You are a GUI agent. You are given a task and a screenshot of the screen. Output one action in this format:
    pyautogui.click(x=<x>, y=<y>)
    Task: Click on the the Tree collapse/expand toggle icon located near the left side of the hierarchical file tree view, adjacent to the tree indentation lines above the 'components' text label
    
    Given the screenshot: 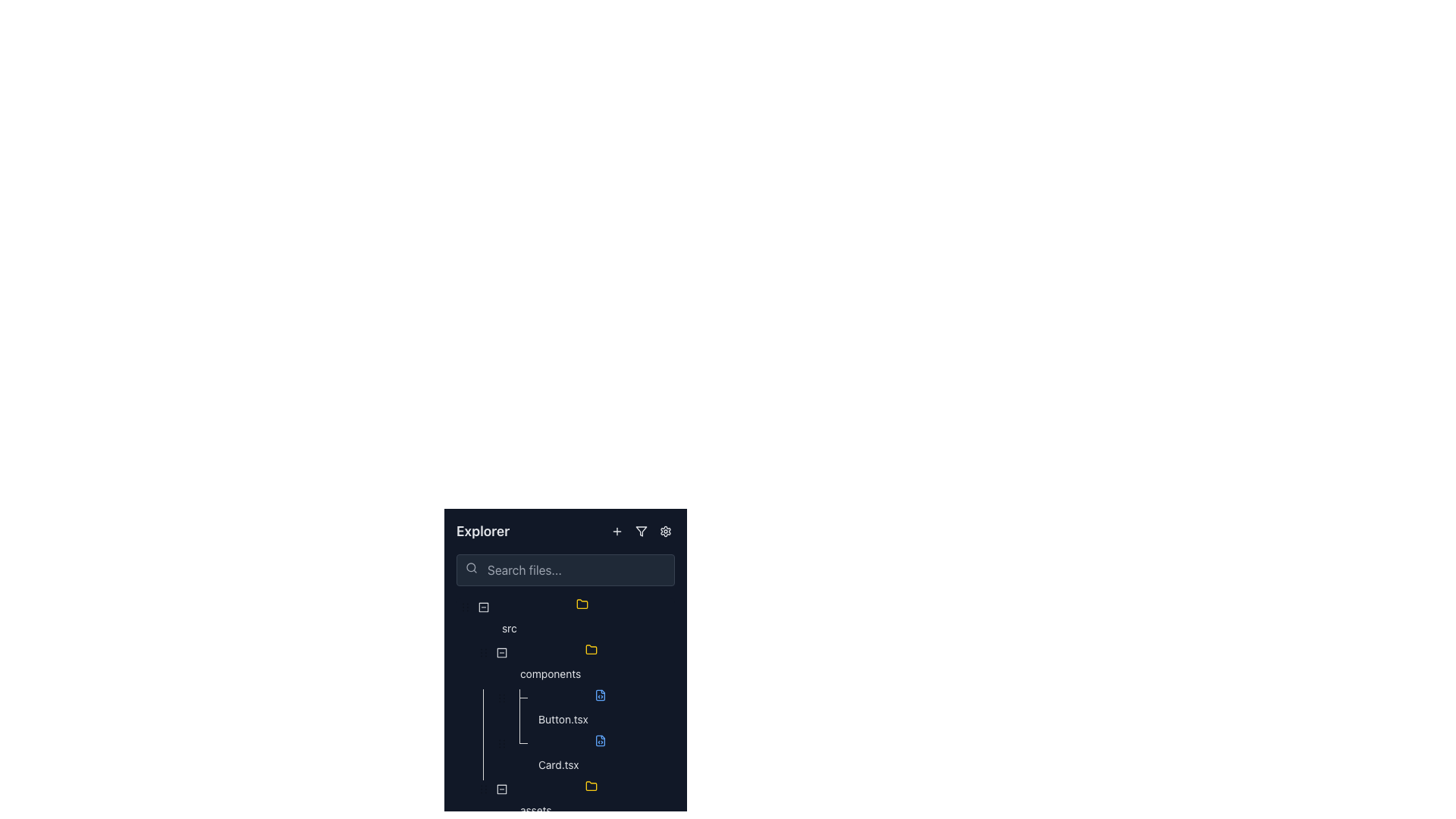 What is the action you would take?
    pyautogui.click(x=502, y=664)
    